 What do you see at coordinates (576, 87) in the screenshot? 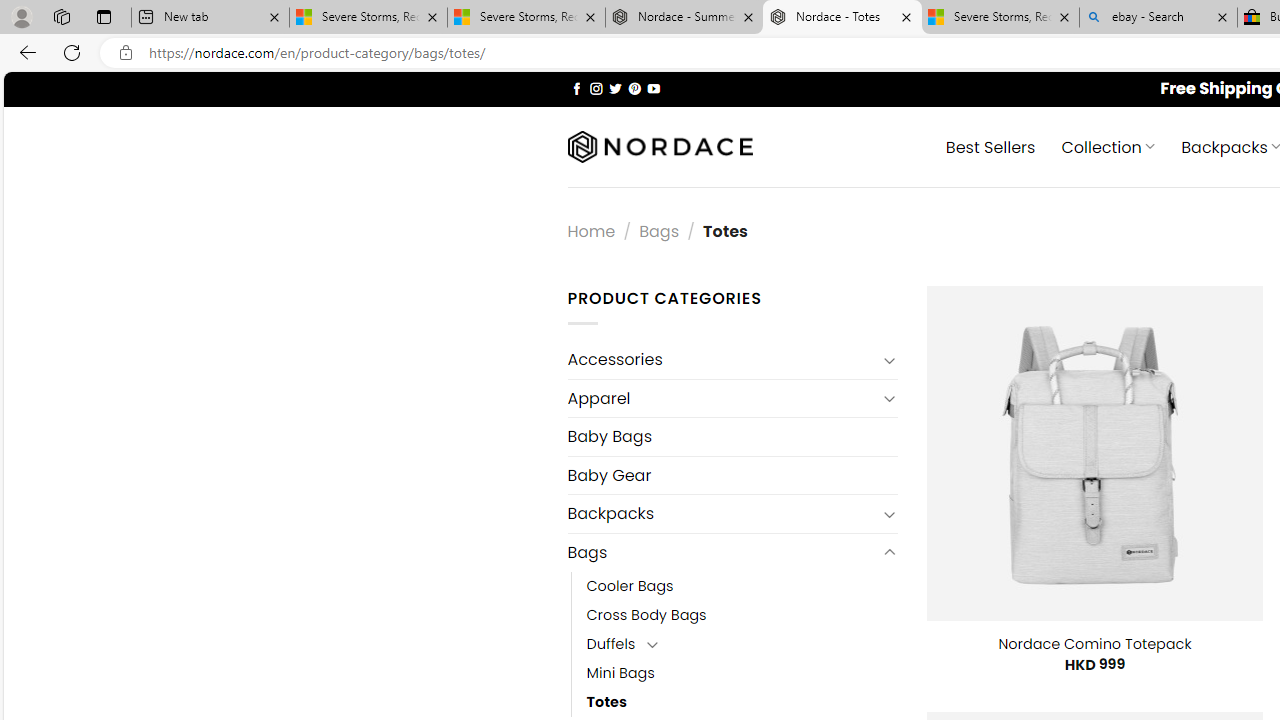
I see `'Follow on Facebook'` at bounding box center [576, 87].